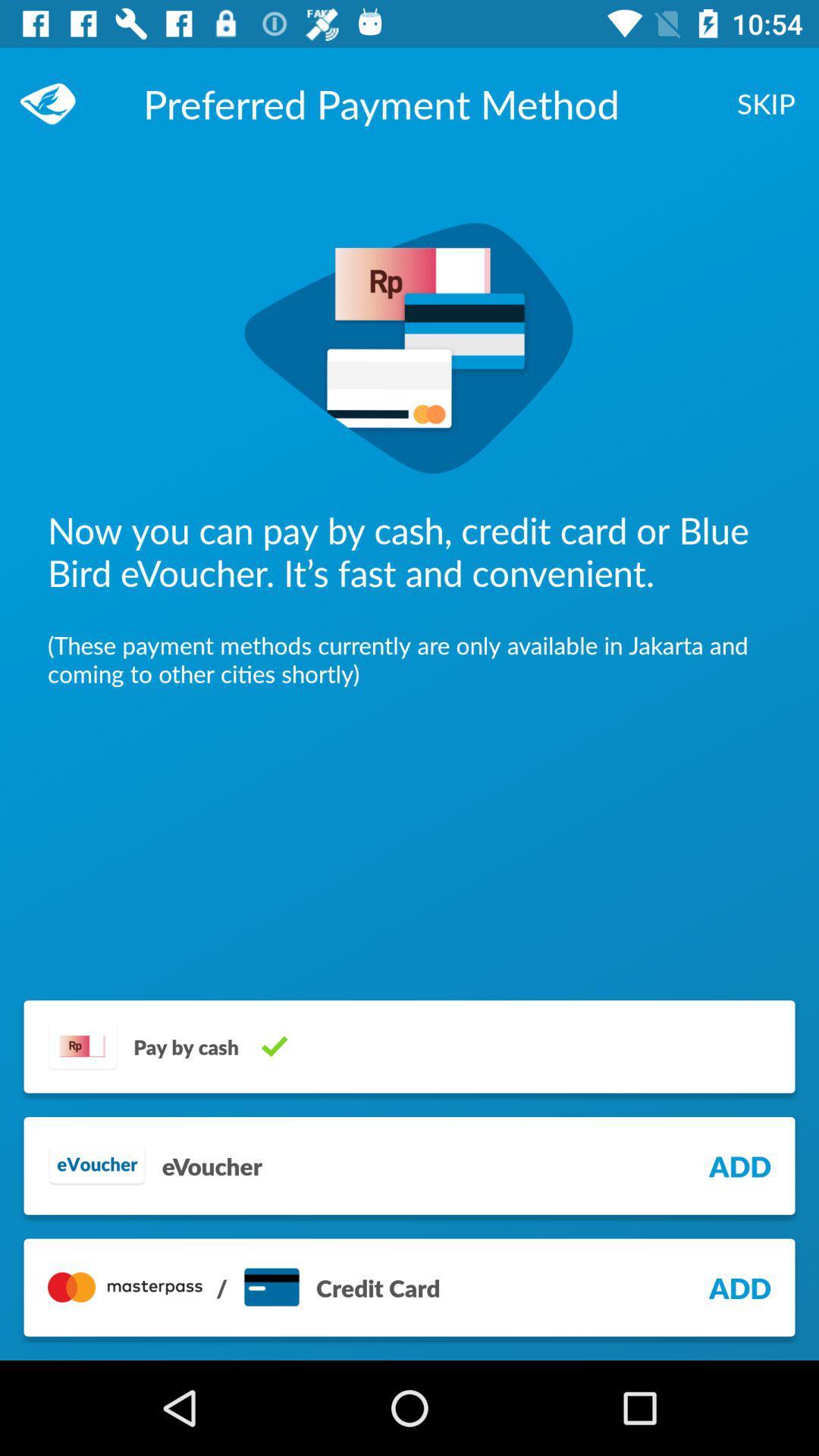  What do you see at coordinates (766, 102) in the screenshot?
I see `the icon above the now you can item` at bounding box center [766, 102].